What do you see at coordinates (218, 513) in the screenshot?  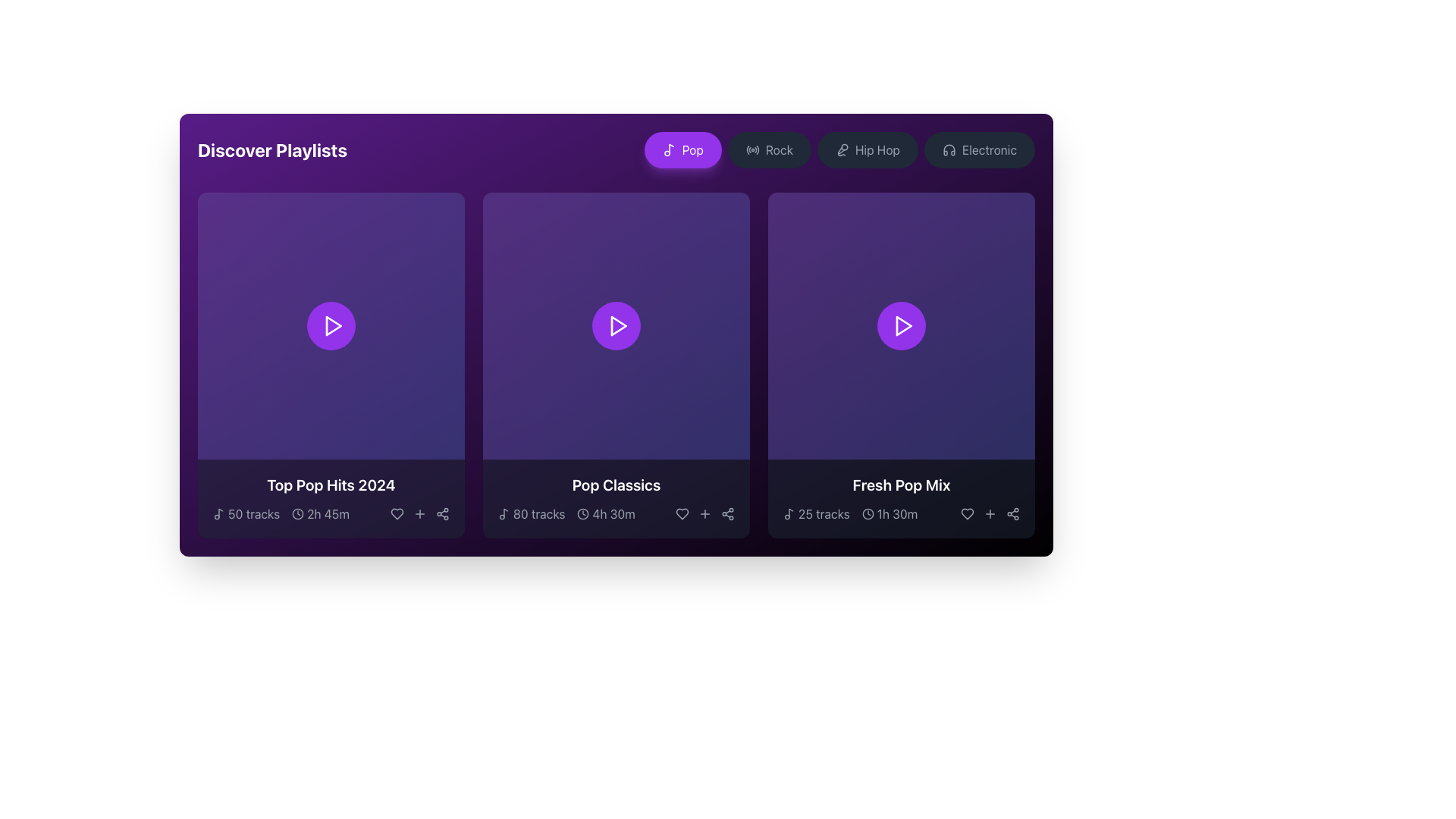 I see `the music icon located on the left side within the '50 tracks' information beneath the 'Top Pop Hits 2024' card in the 'Discover Playlists' section to understand its information` at bounding box center [218, 513].